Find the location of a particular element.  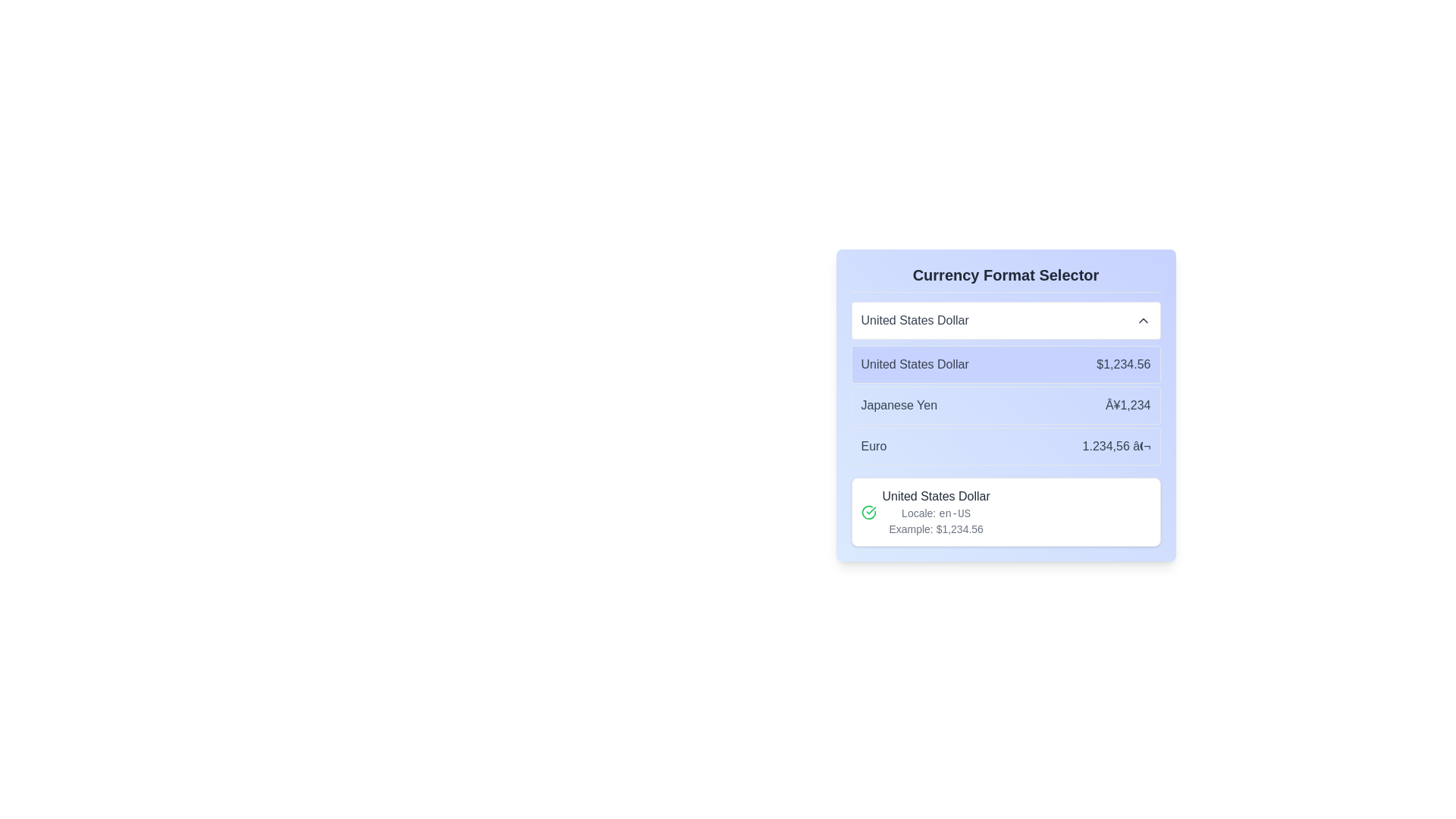

the Text label indicating the currently selected currency format, which is located inside the currency selector component, adjacent to the dropdown arrow icon is located at coordinates (914, 320).